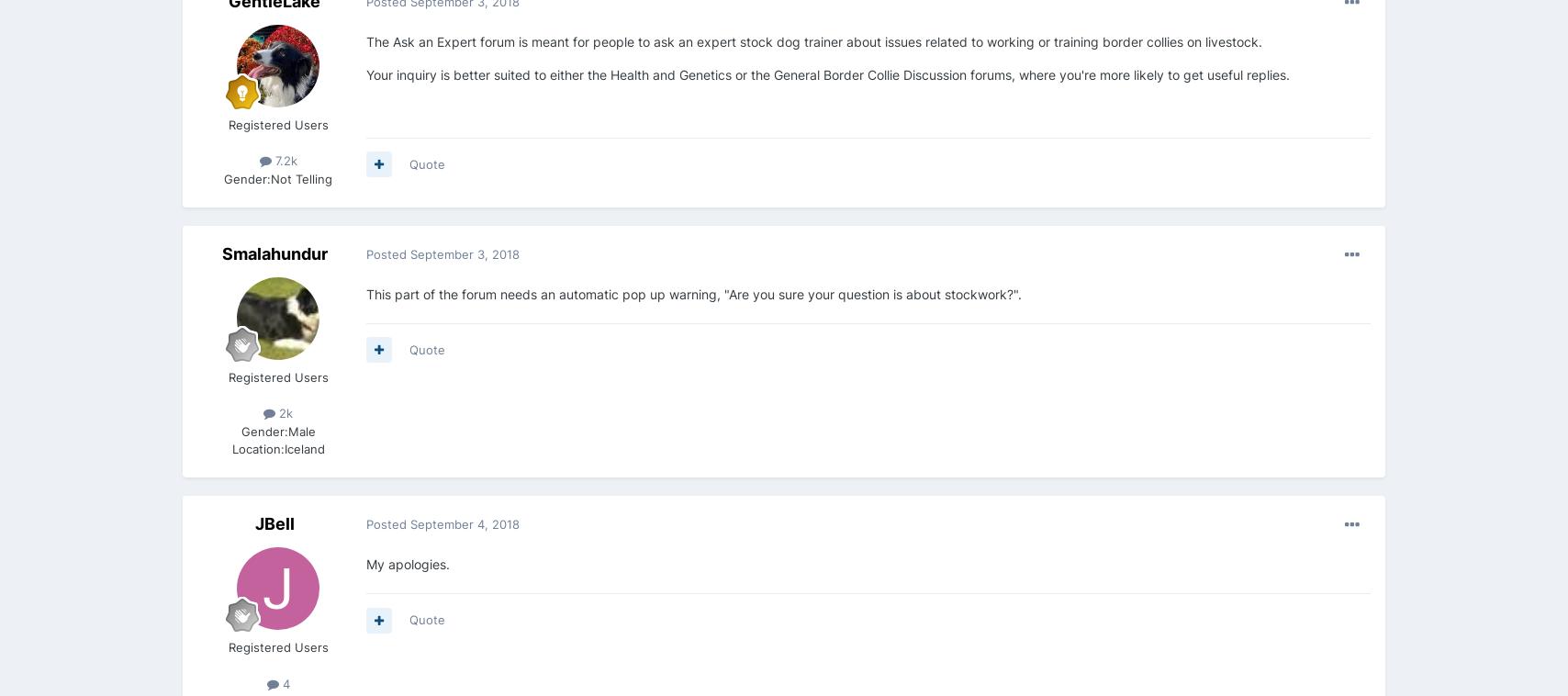 This screenshot has height=696, width=1568. I want to click on 'September 4, 2018', so click(465, 523).